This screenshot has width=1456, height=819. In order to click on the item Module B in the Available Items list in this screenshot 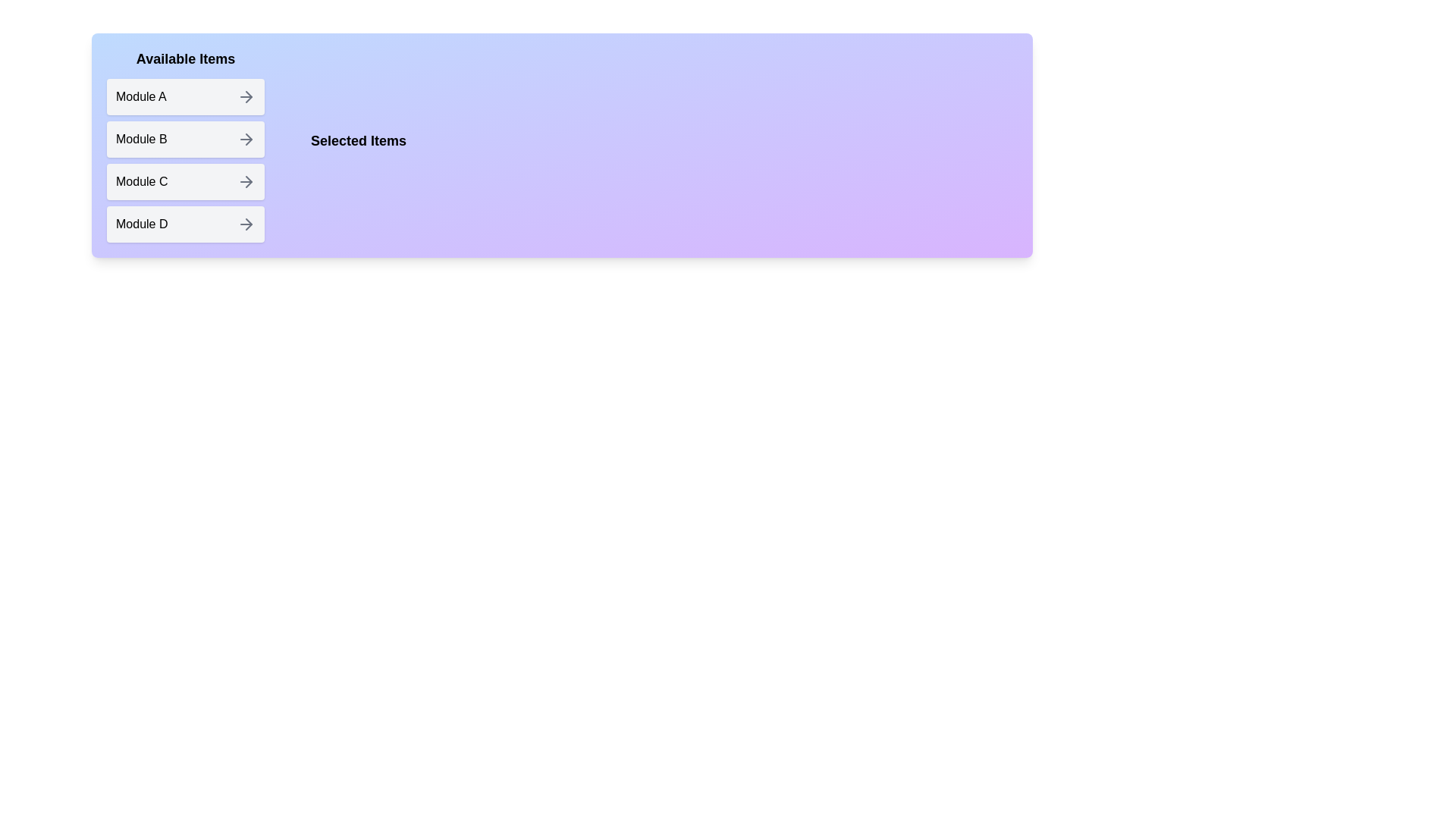, I will do `click(184, 140)`.